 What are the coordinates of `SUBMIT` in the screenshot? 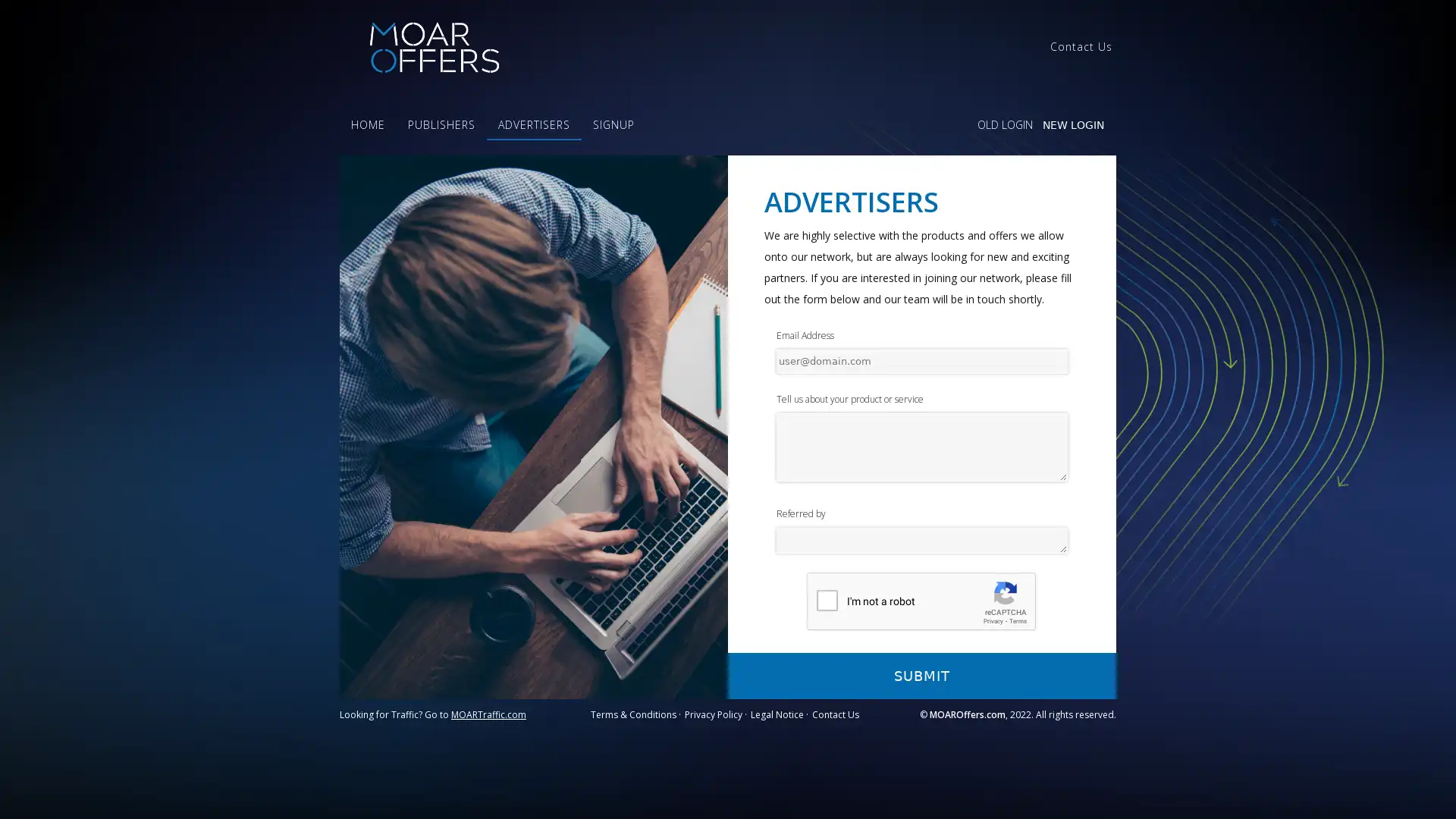 It's located at (921, 675).